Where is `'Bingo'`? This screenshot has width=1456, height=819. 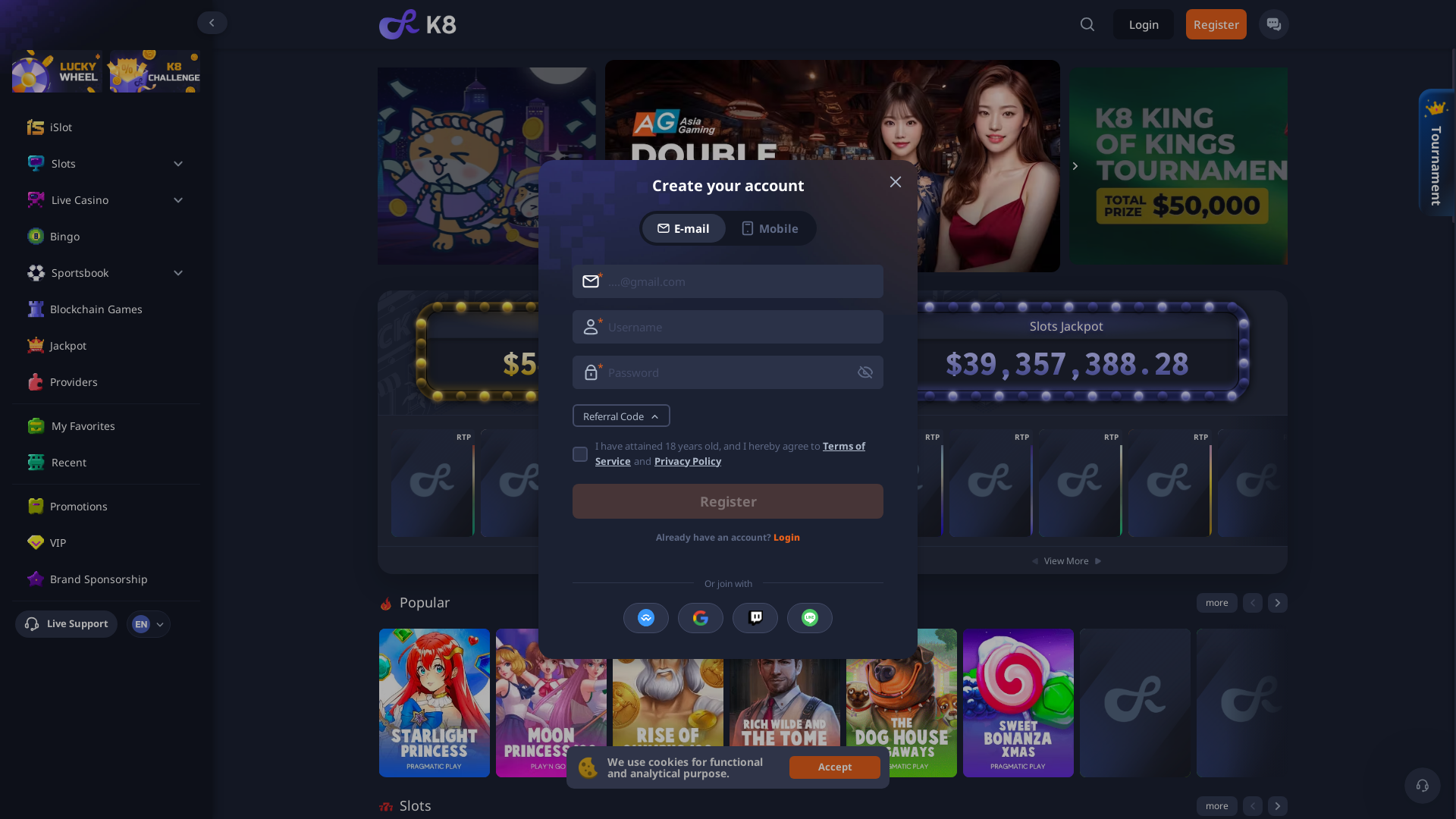 'Bingo' is located at coordinates (116, 237).